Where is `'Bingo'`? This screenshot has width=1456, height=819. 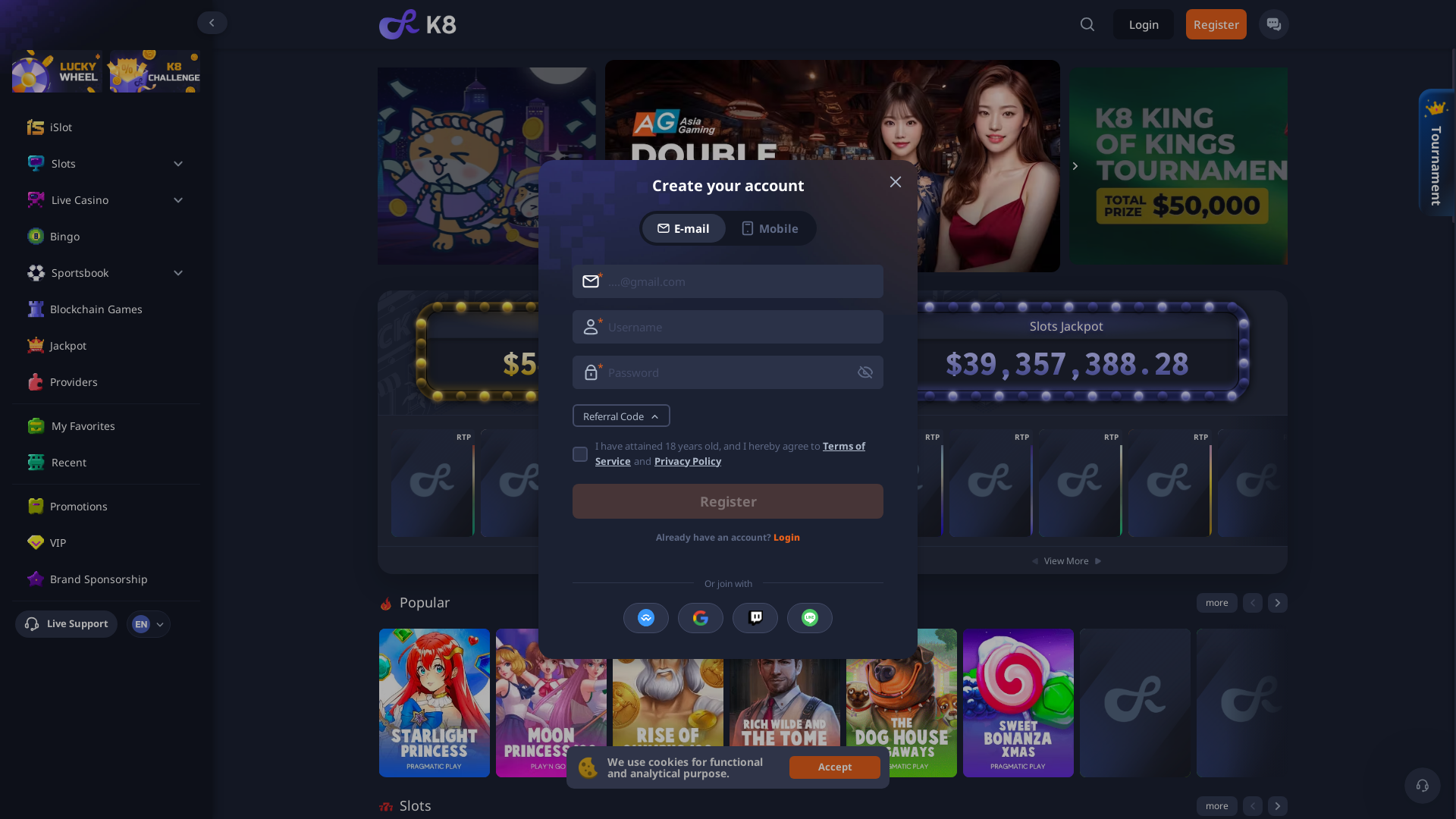 'Bingo' is located at coordinates (116, 237).